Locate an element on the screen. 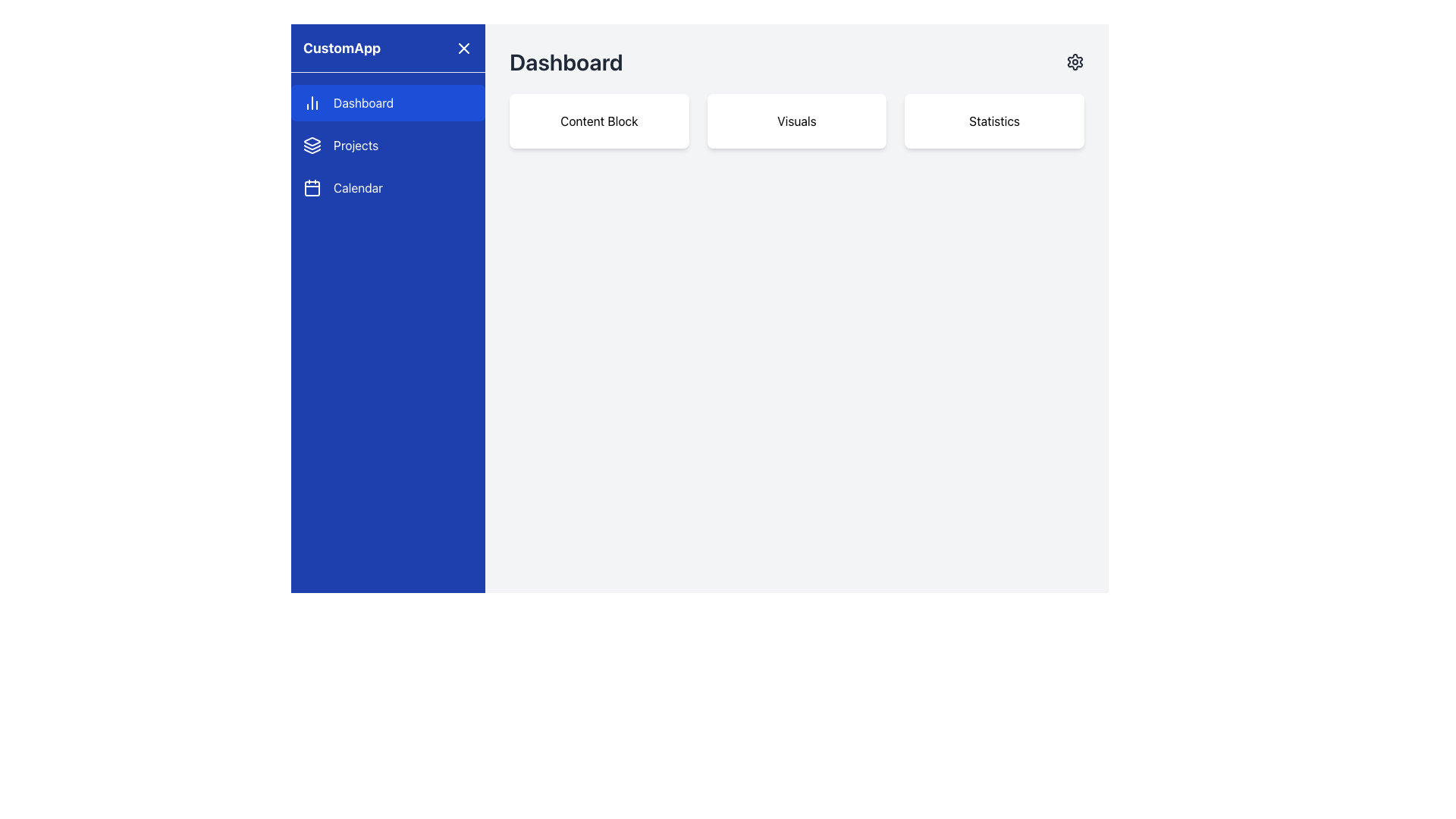 Image resolution: width=1456 pixels, height=819 pixels. the stack-shaped icon with three stacked layers, styled with sharp corners, a white fill, and a thin blue outline, located next to the 'Projects' label in the vertical navigation sidebar is located at coordinates (312, 146).